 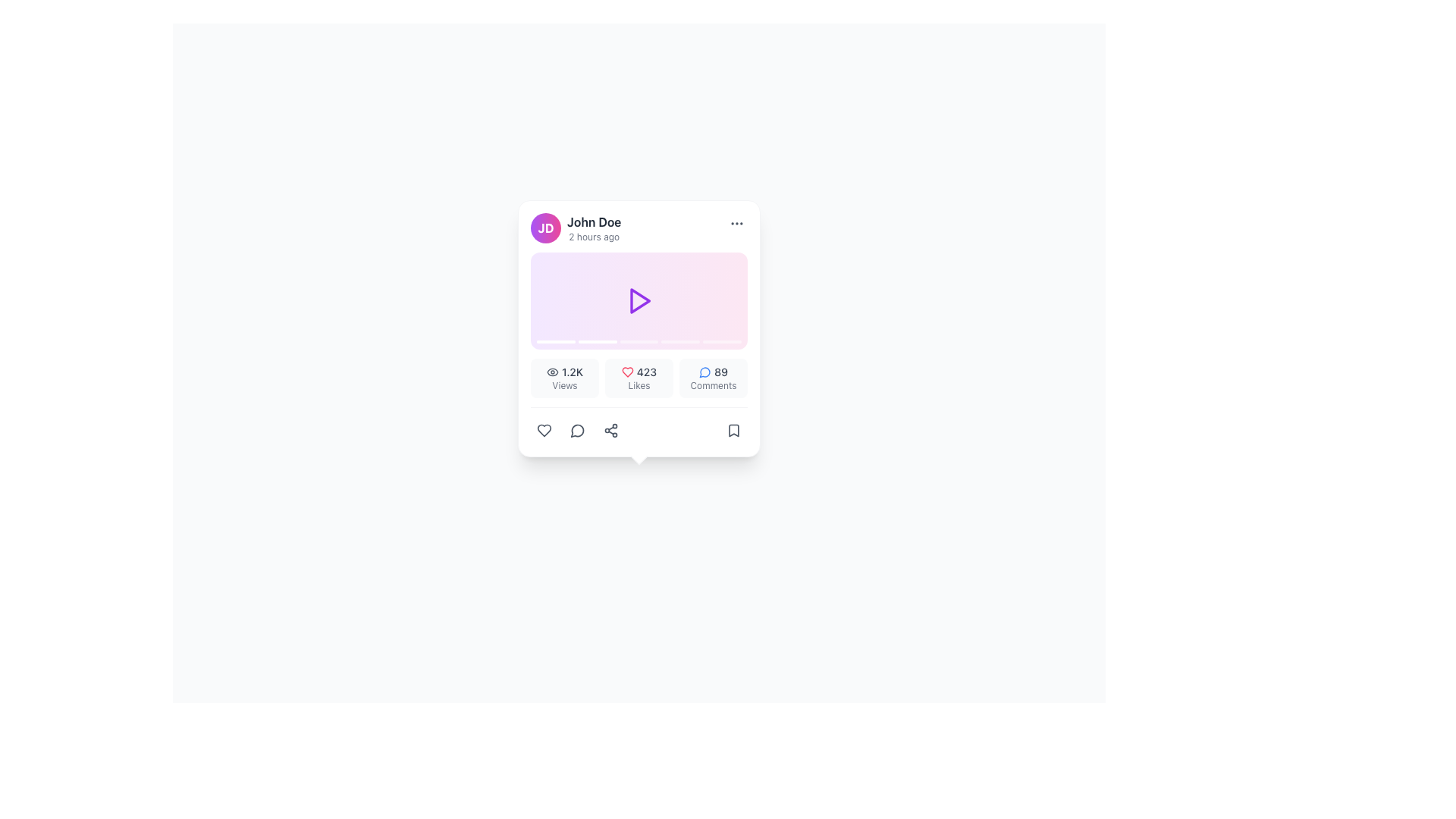 What do you see at coordinates (639, 377) in the screenshot?
I see `the Information display element, which features a heart icon and the bold number '423' indicating likes, set against a light gray background` at bounding box center [639, 377].